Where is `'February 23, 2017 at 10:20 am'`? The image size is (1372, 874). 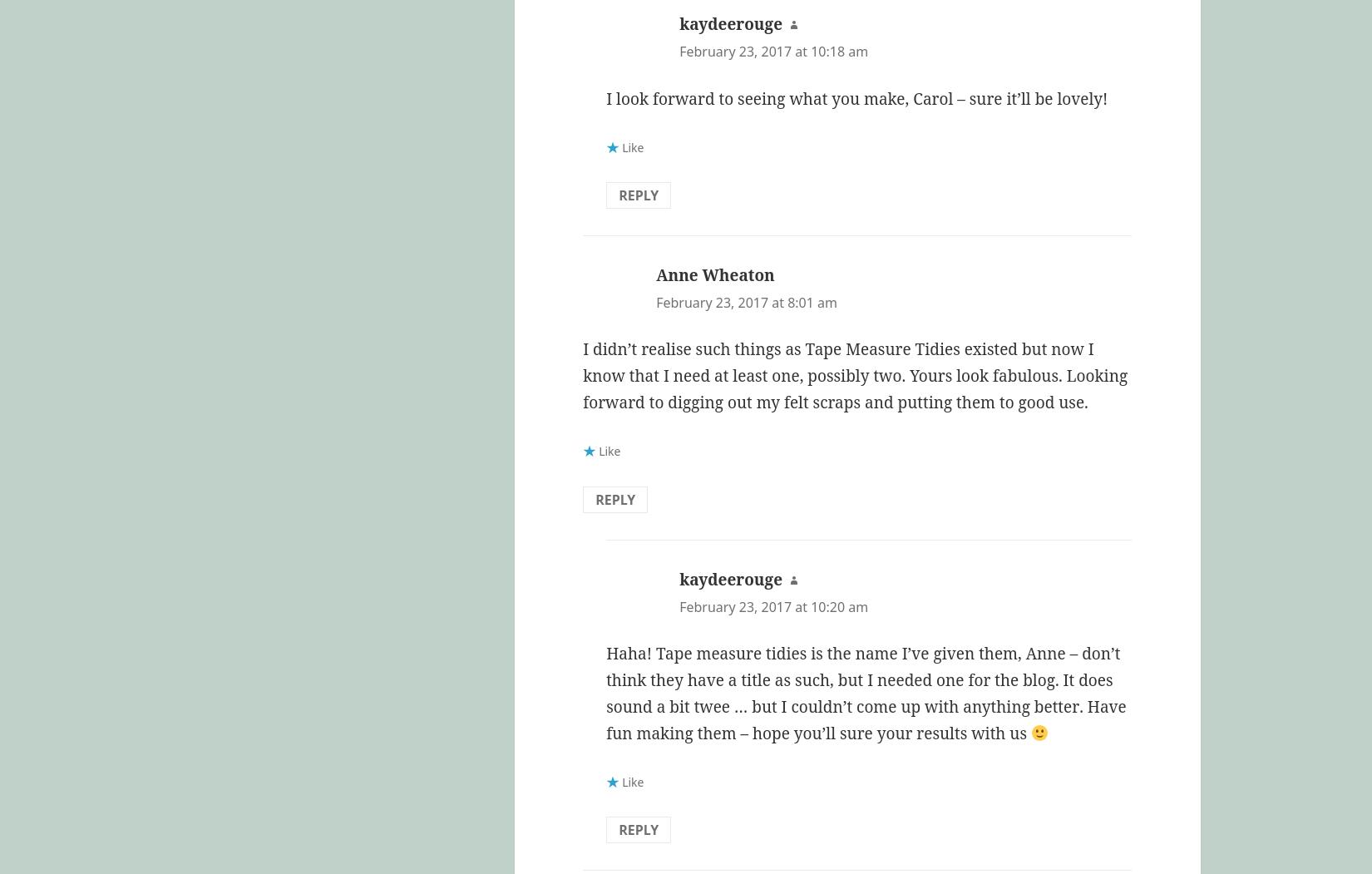
'February 23, 2017 at 10:20 am' is located at coordinates (773, 605).